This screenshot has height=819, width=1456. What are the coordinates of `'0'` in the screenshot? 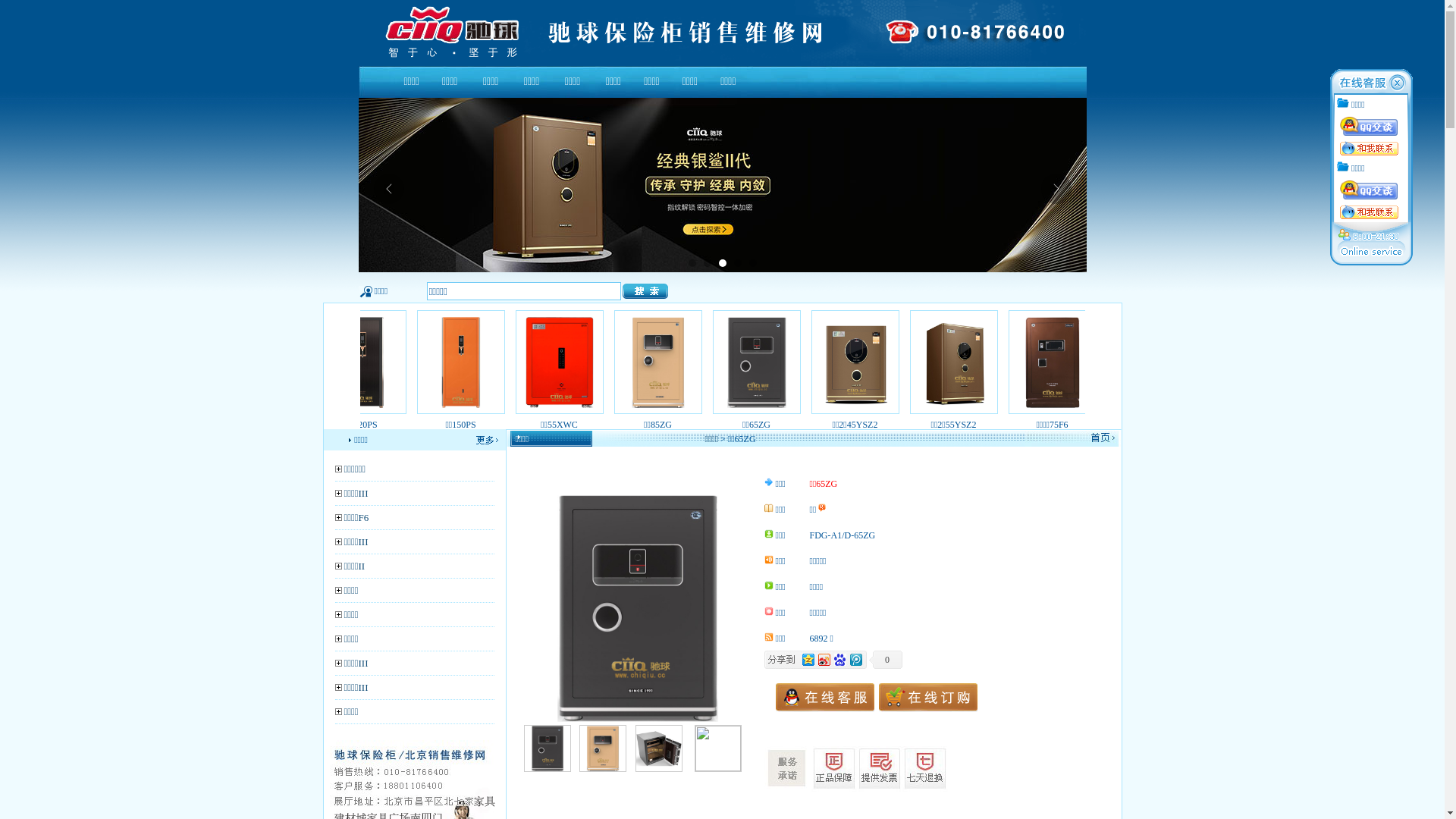 It's located at (885, 659).